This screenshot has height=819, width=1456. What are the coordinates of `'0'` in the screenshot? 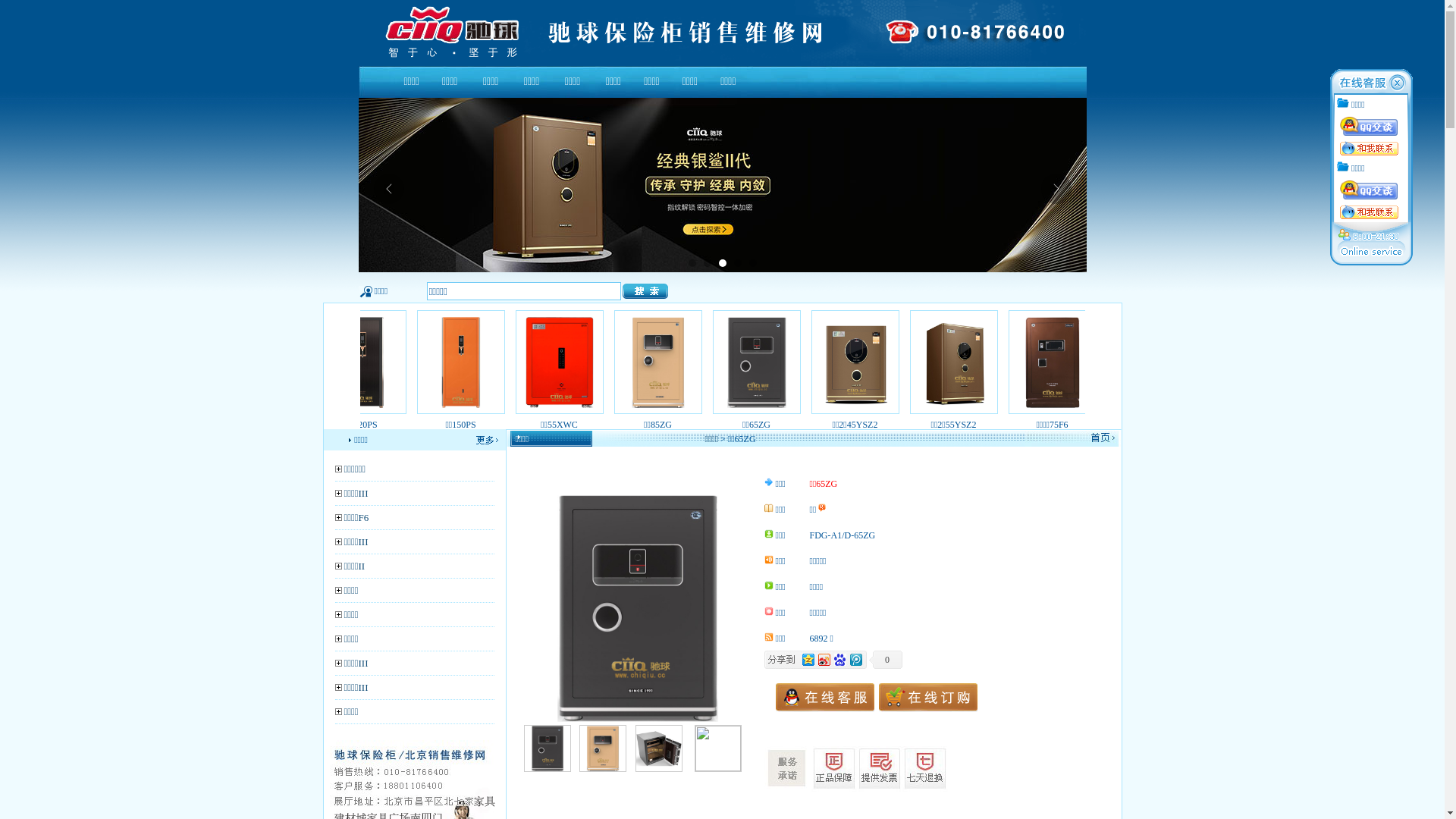 It's located at (885, 659).